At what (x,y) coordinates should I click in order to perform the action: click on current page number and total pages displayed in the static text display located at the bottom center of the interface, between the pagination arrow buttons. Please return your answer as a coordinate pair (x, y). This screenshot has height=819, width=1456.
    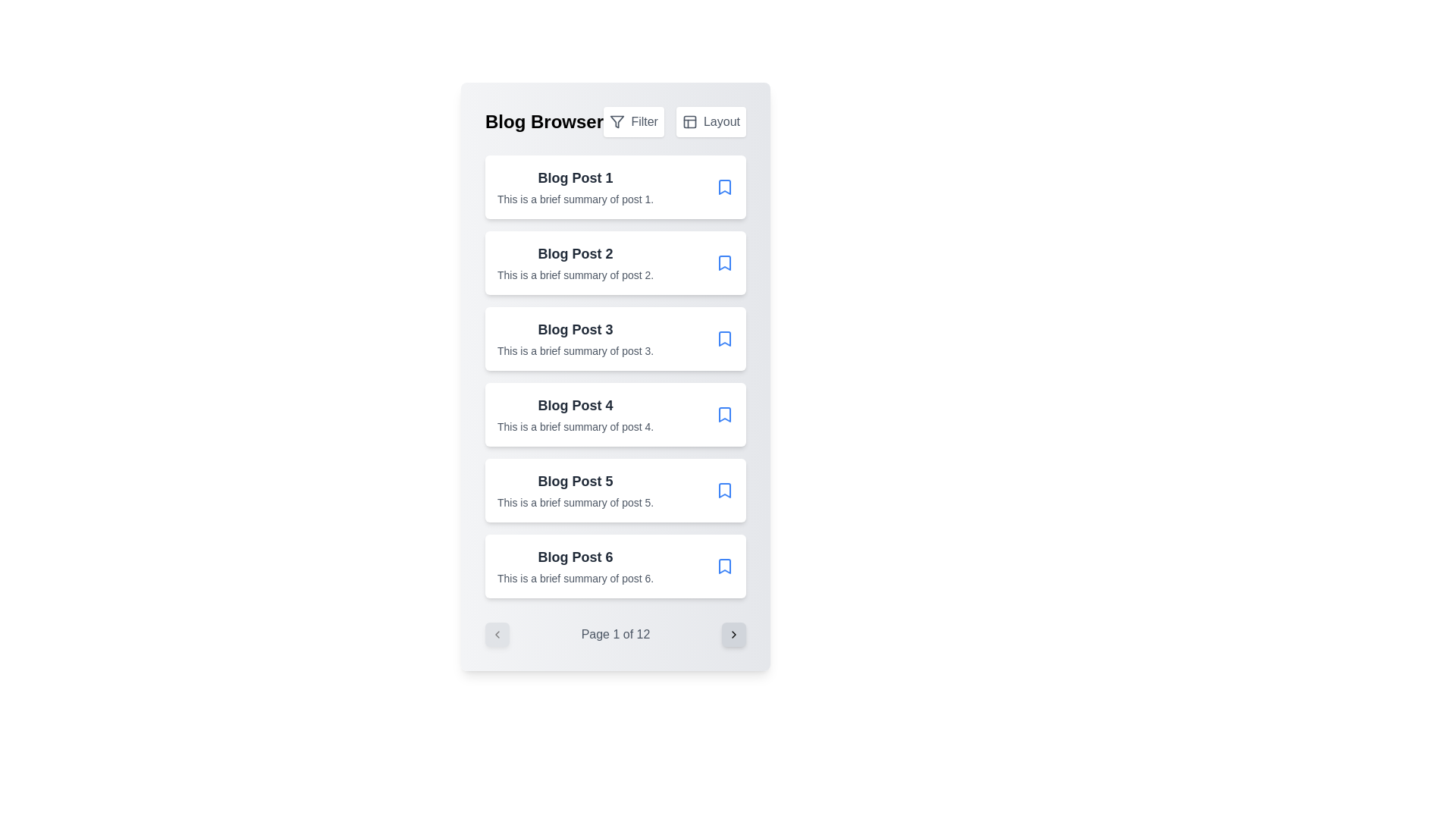
    Looking at the image, I should click on (615, 635).